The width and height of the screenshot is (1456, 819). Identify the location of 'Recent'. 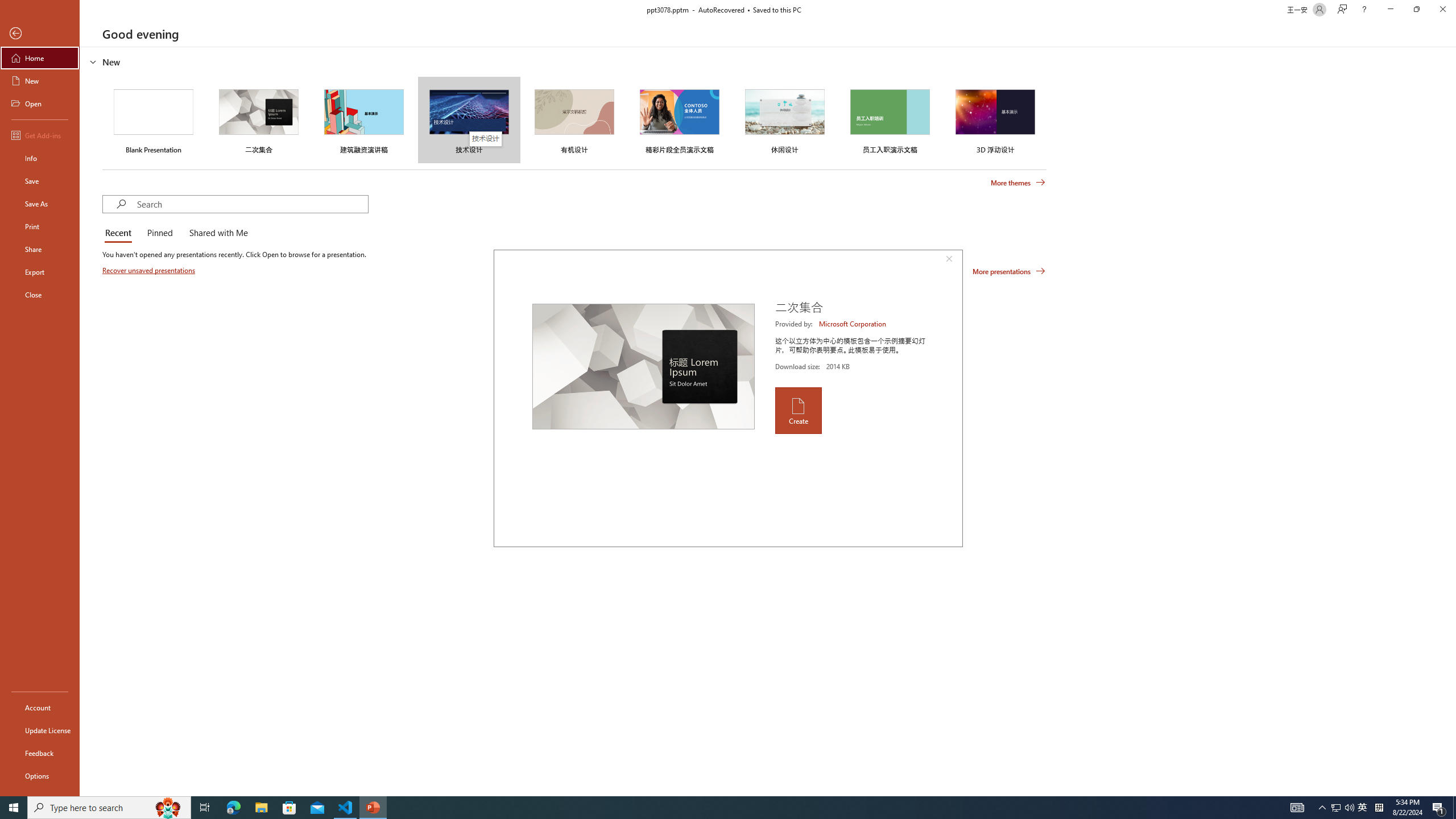
(120, 233).